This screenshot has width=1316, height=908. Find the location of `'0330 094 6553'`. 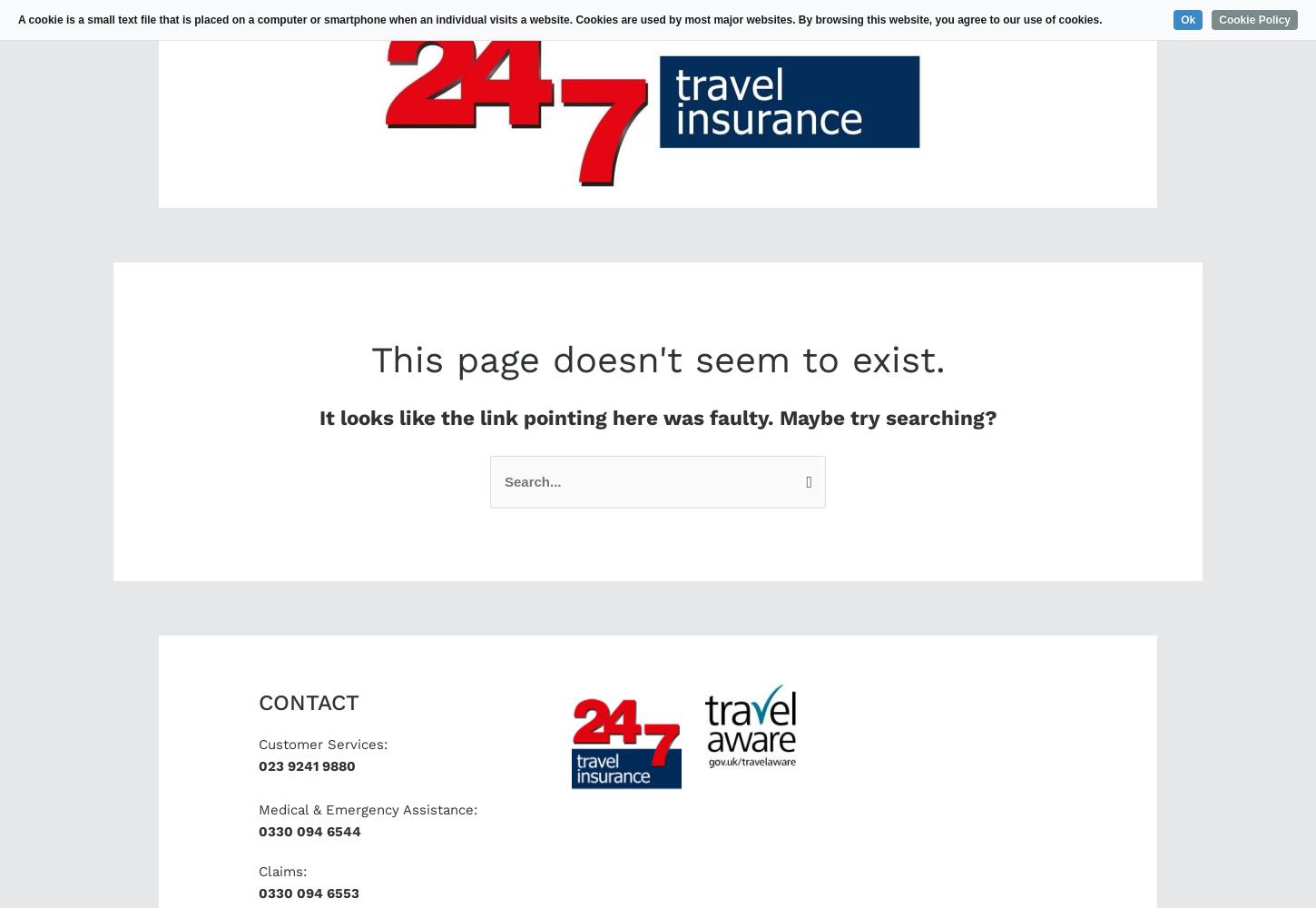

'0330 094 6553' is located at coordinates (309, 893).